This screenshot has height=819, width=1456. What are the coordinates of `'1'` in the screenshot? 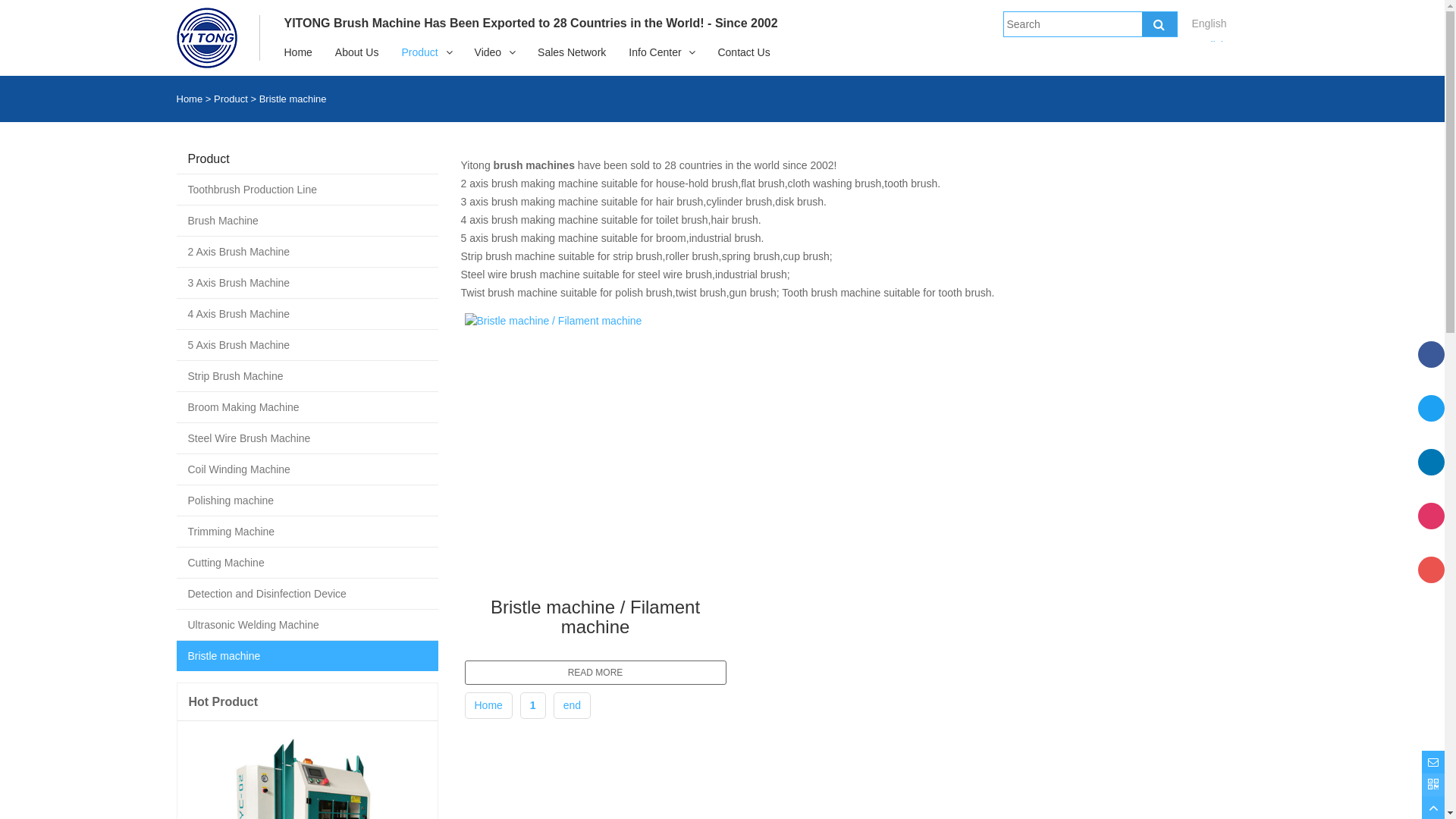 It's located at (532, 704).